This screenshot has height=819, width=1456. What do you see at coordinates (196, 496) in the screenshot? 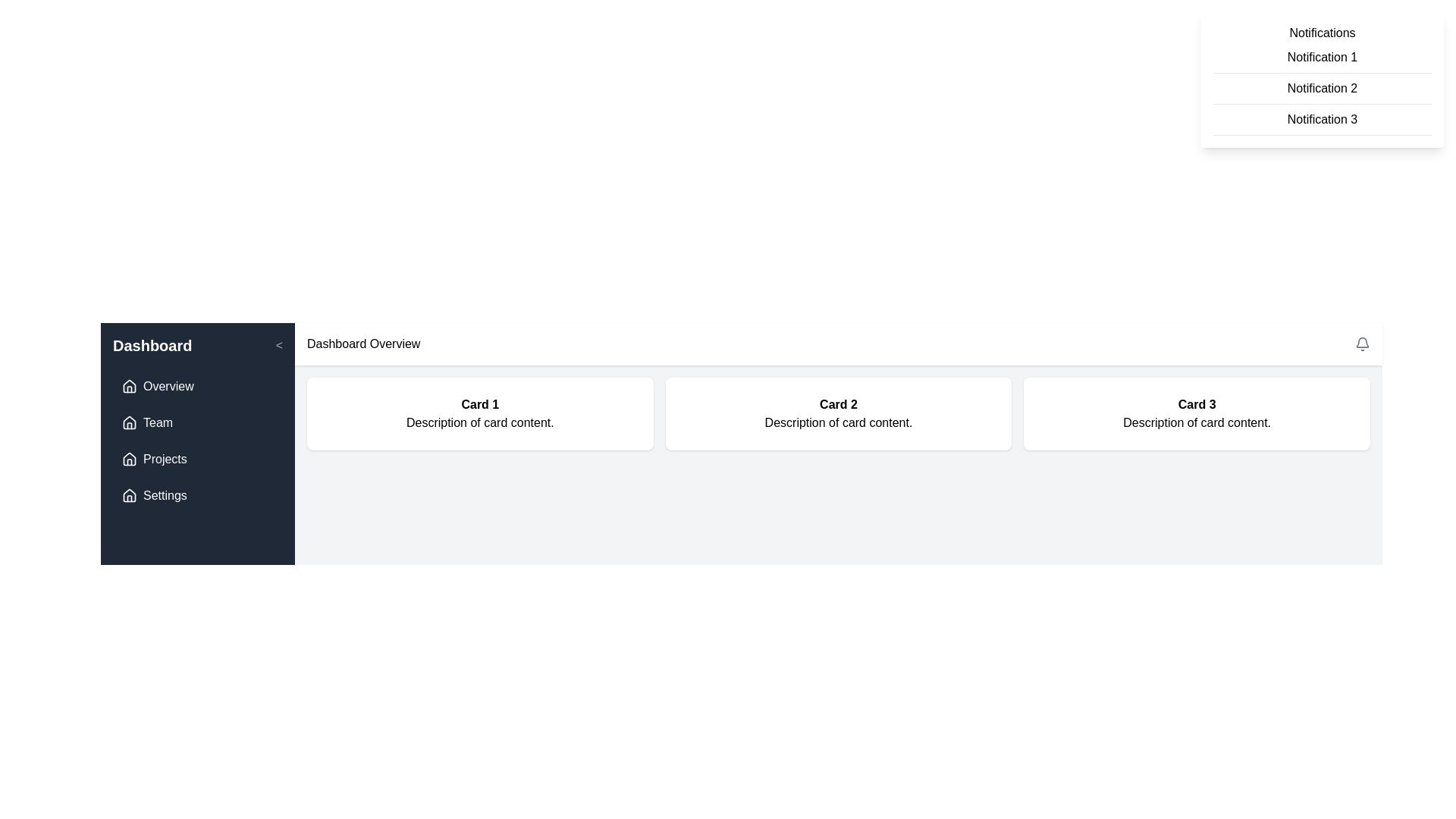
I see `the 'Settings' navigation button located as the fourth item in the vertically stacked menu on the left sidebar` at bounding box center [196, 496].